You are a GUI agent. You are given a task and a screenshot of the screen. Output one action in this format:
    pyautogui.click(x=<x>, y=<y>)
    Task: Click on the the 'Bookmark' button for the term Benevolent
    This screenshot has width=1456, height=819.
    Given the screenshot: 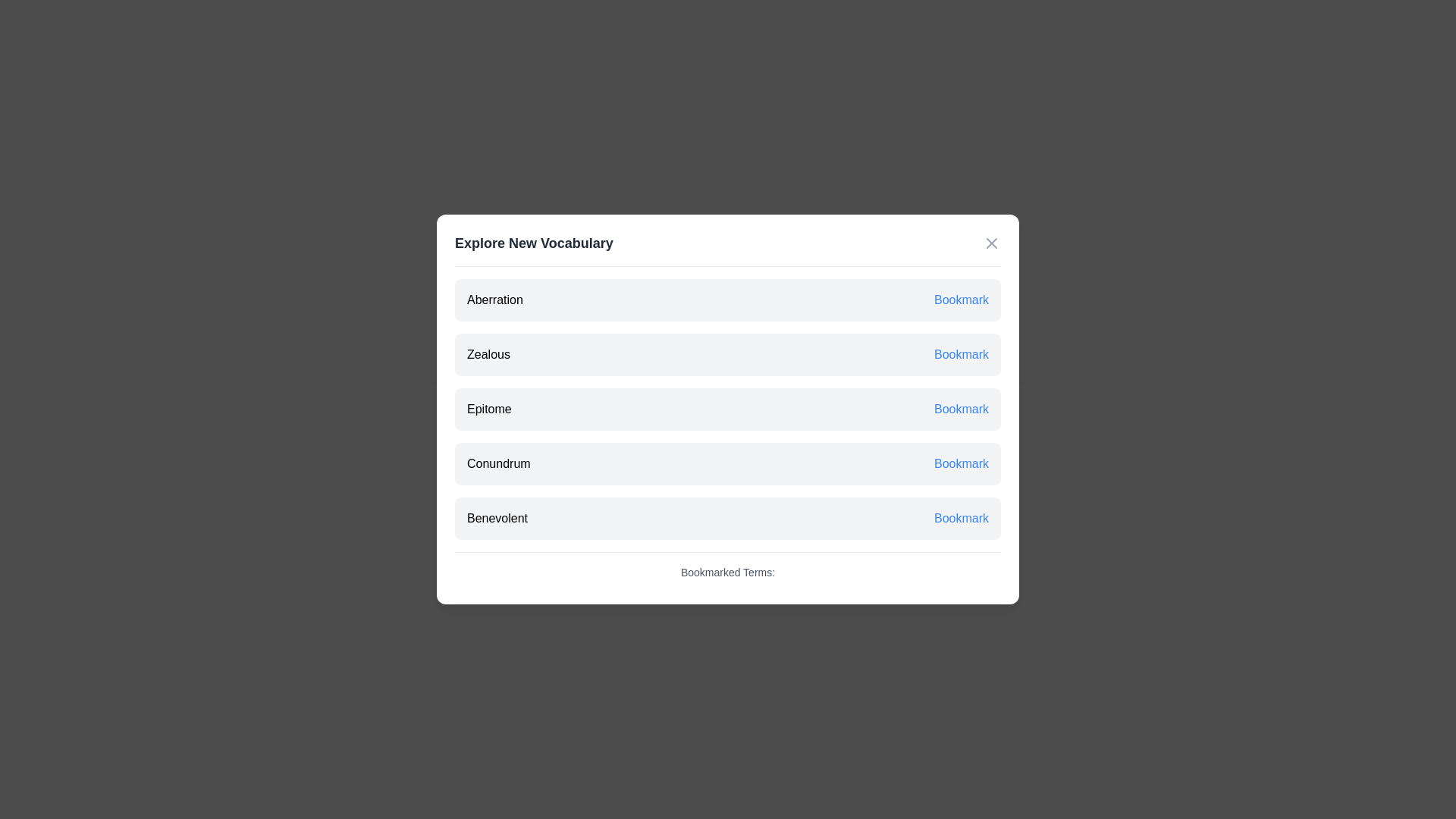 What is the action you would take?
    pyautogui.click(x=960, y=517)
    